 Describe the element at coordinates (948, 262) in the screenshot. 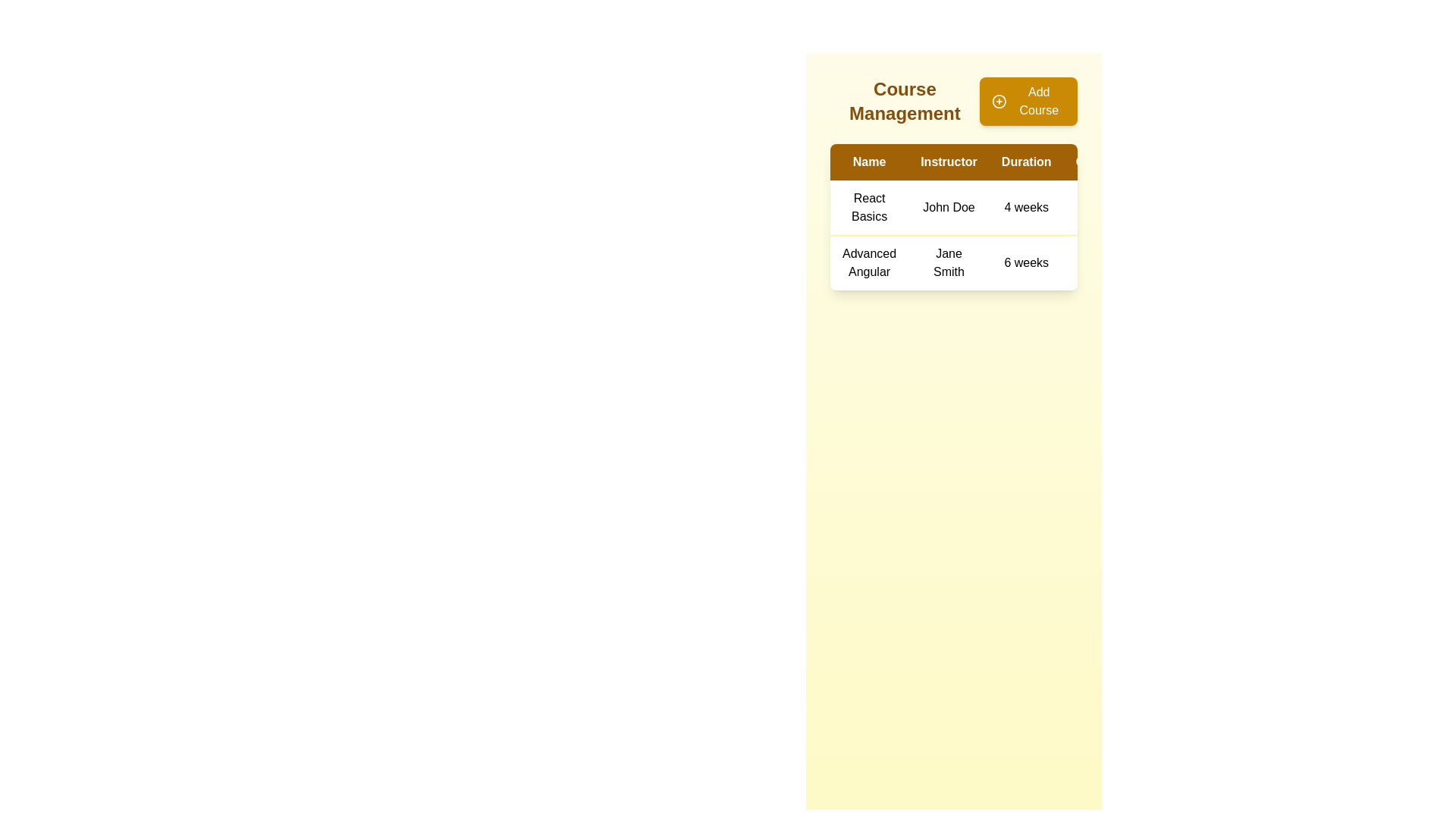

I see `the text label displaying 'Jane Smith' which is the second text item under the 'Instructor' column for the course 'Advanced Angular'` at that location.